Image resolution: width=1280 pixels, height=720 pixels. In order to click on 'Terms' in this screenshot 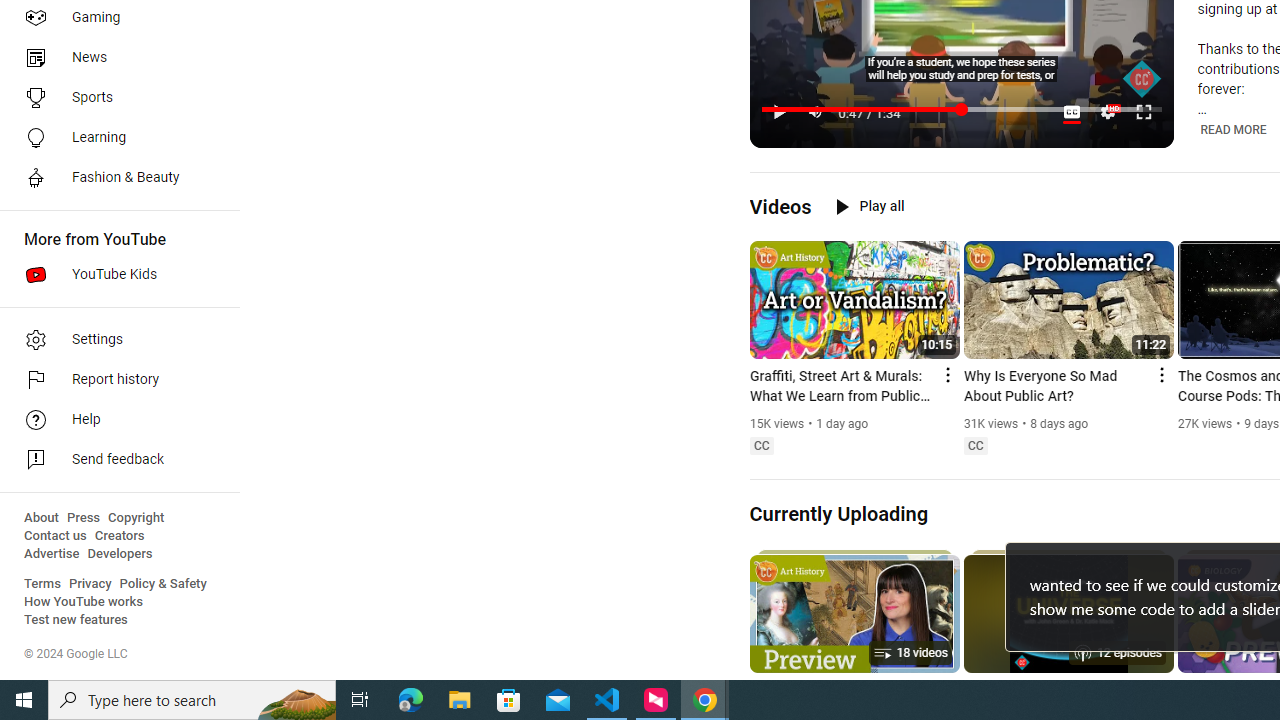, I will do `click(42, 584)`.